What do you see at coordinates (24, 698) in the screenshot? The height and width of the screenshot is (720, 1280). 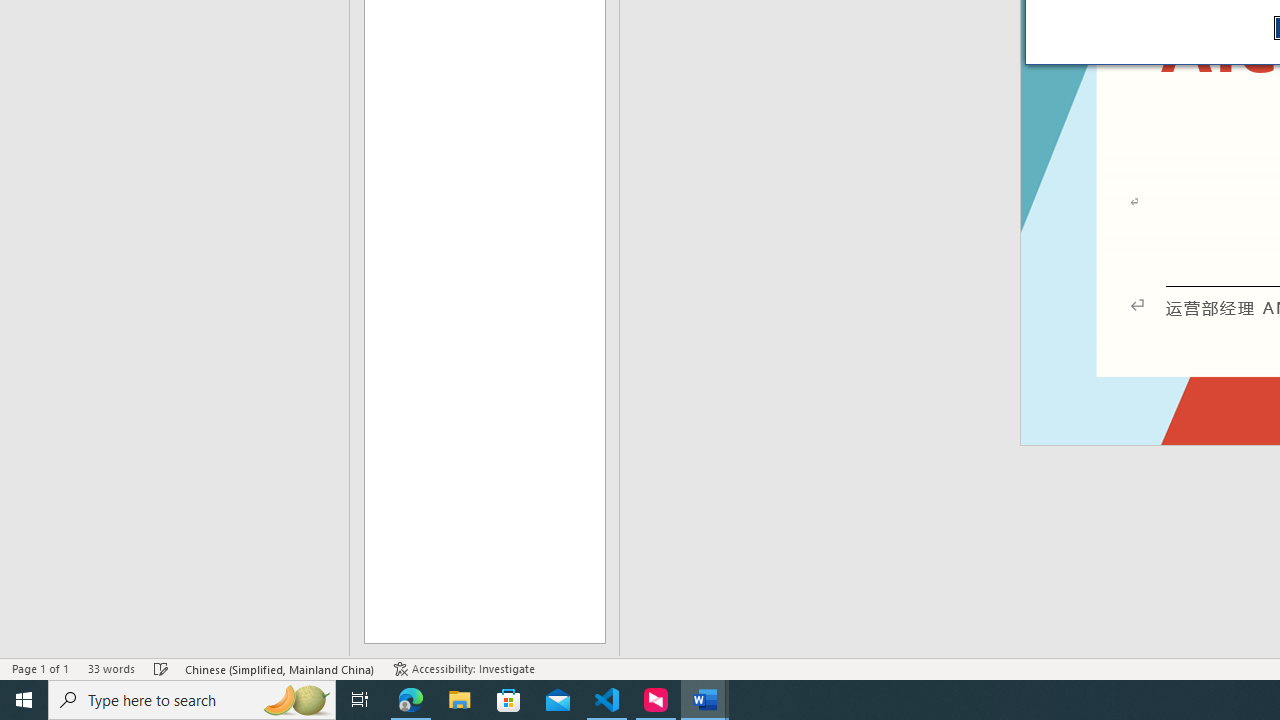 I see `'Start'` at bounding box center [24, 698].